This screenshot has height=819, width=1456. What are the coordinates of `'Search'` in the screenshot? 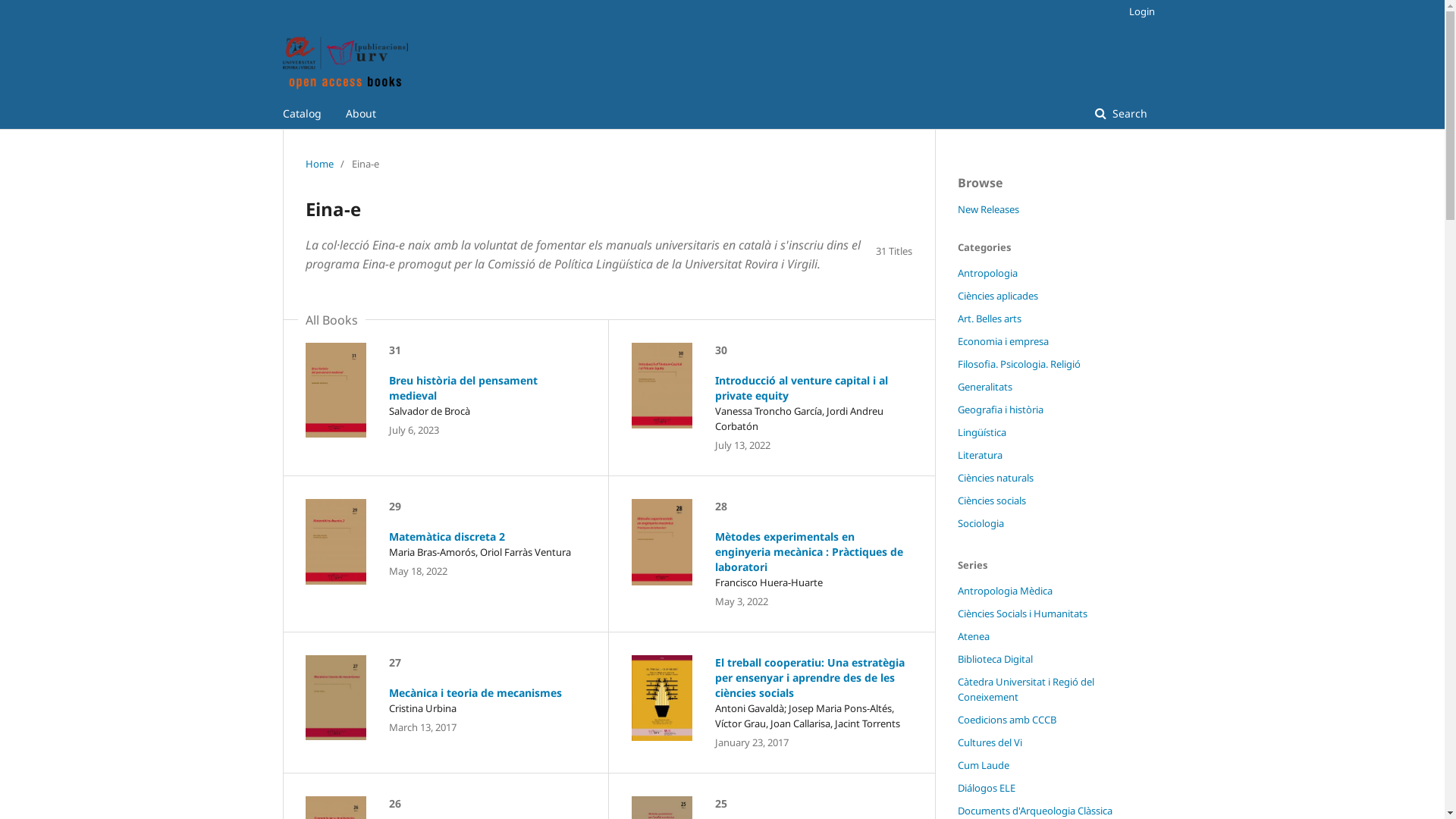 It's located at (1121, 113).